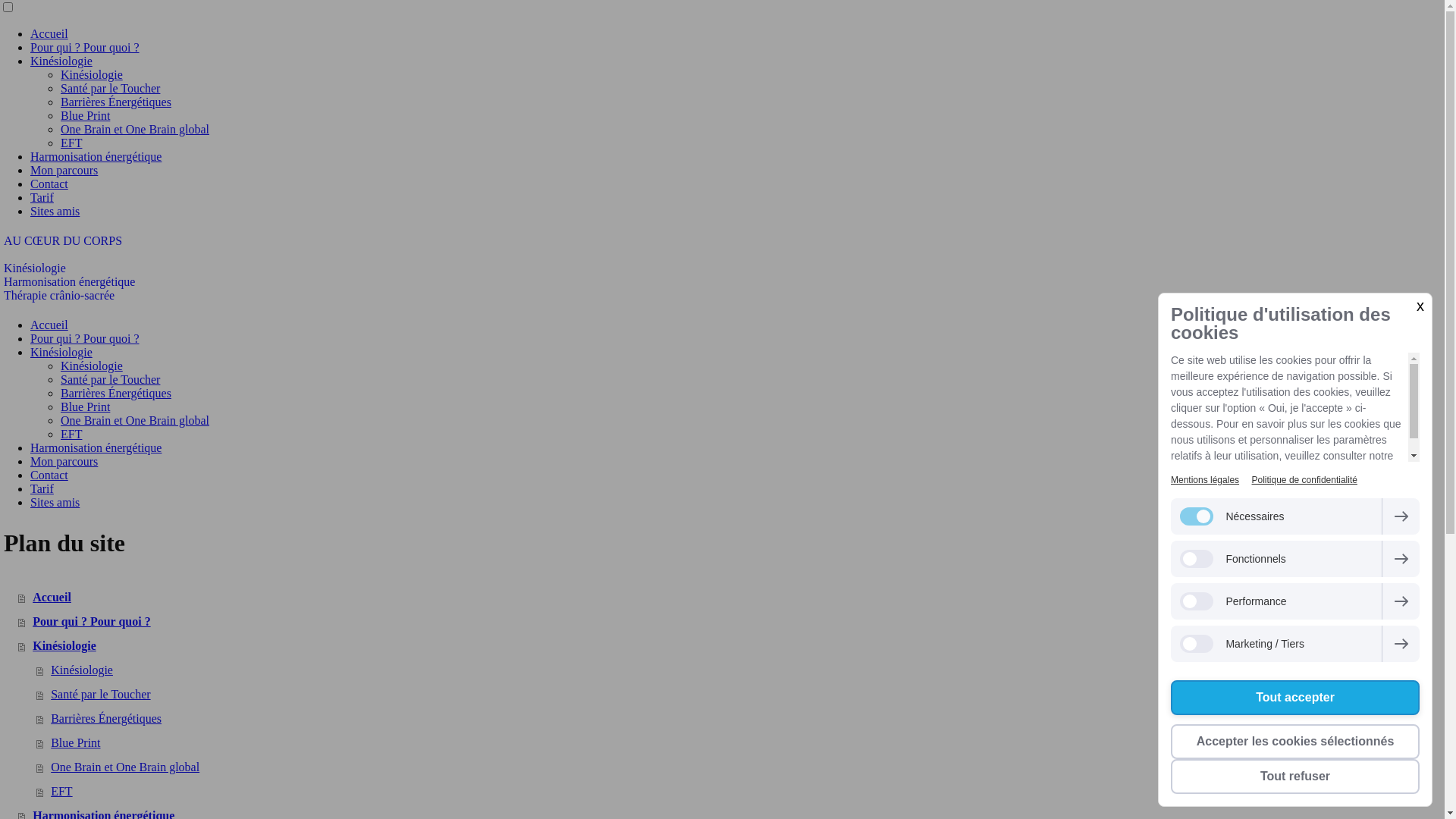 This screenshot has width=1456, height=819. I want to click on 'Blue Print', so click(36, 742).